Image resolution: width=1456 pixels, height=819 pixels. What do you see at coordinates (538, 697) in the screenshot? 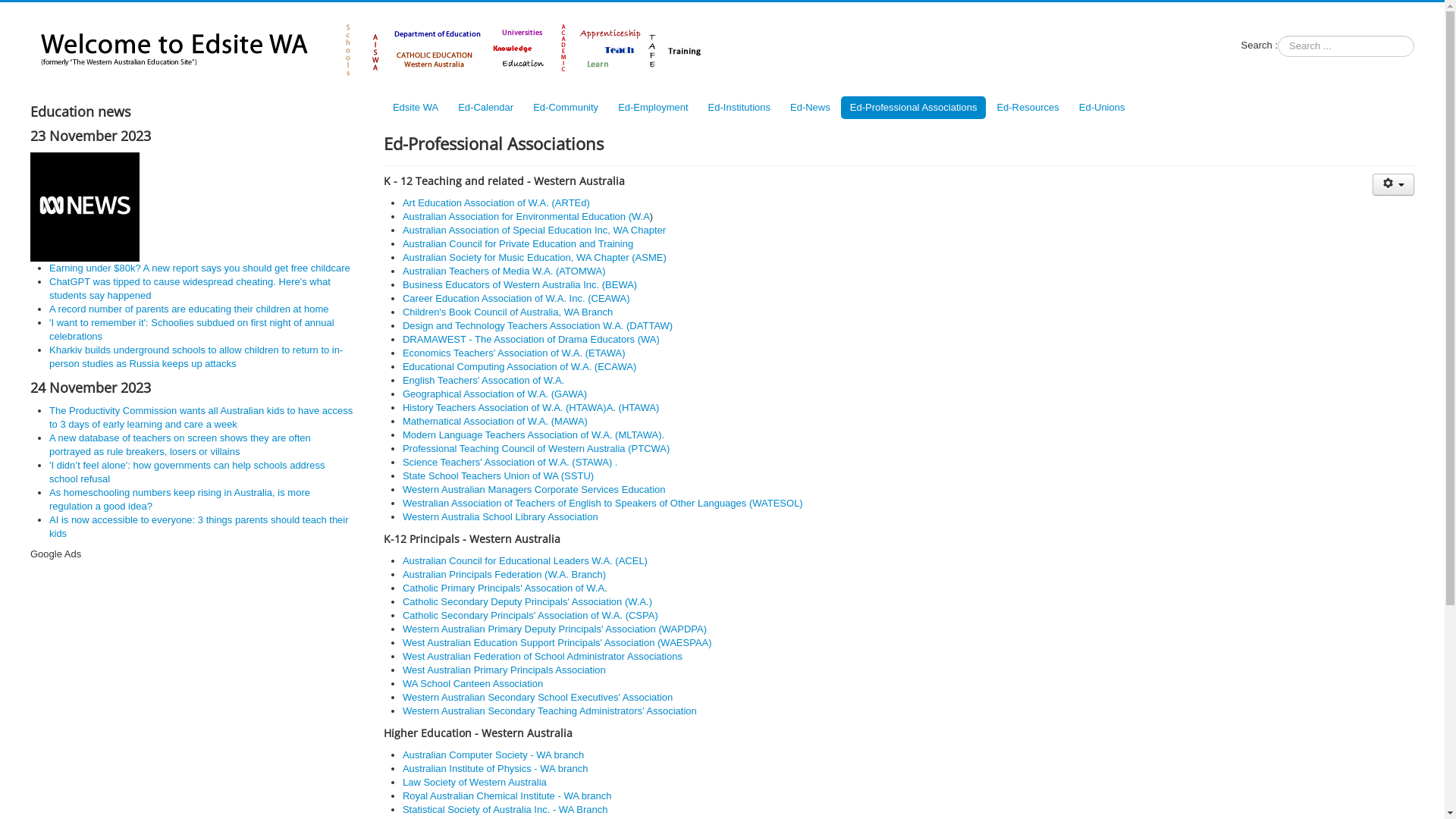
I see `'Western Australian Secondary School Executives' Association'` at bounding box center [538, 697].